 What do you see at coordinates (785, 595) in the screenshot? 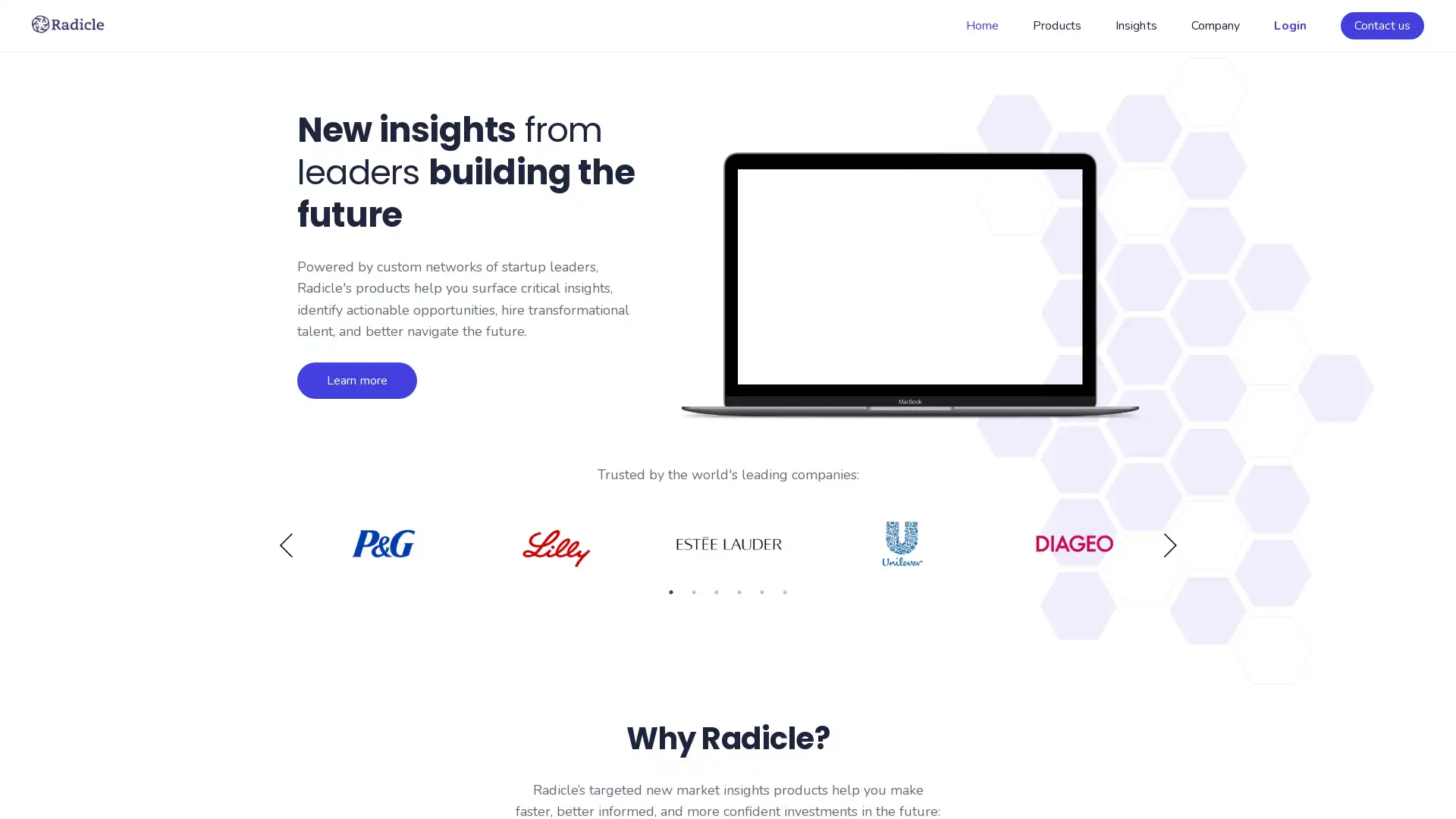
I see `6` at bounding box center [785, 595].